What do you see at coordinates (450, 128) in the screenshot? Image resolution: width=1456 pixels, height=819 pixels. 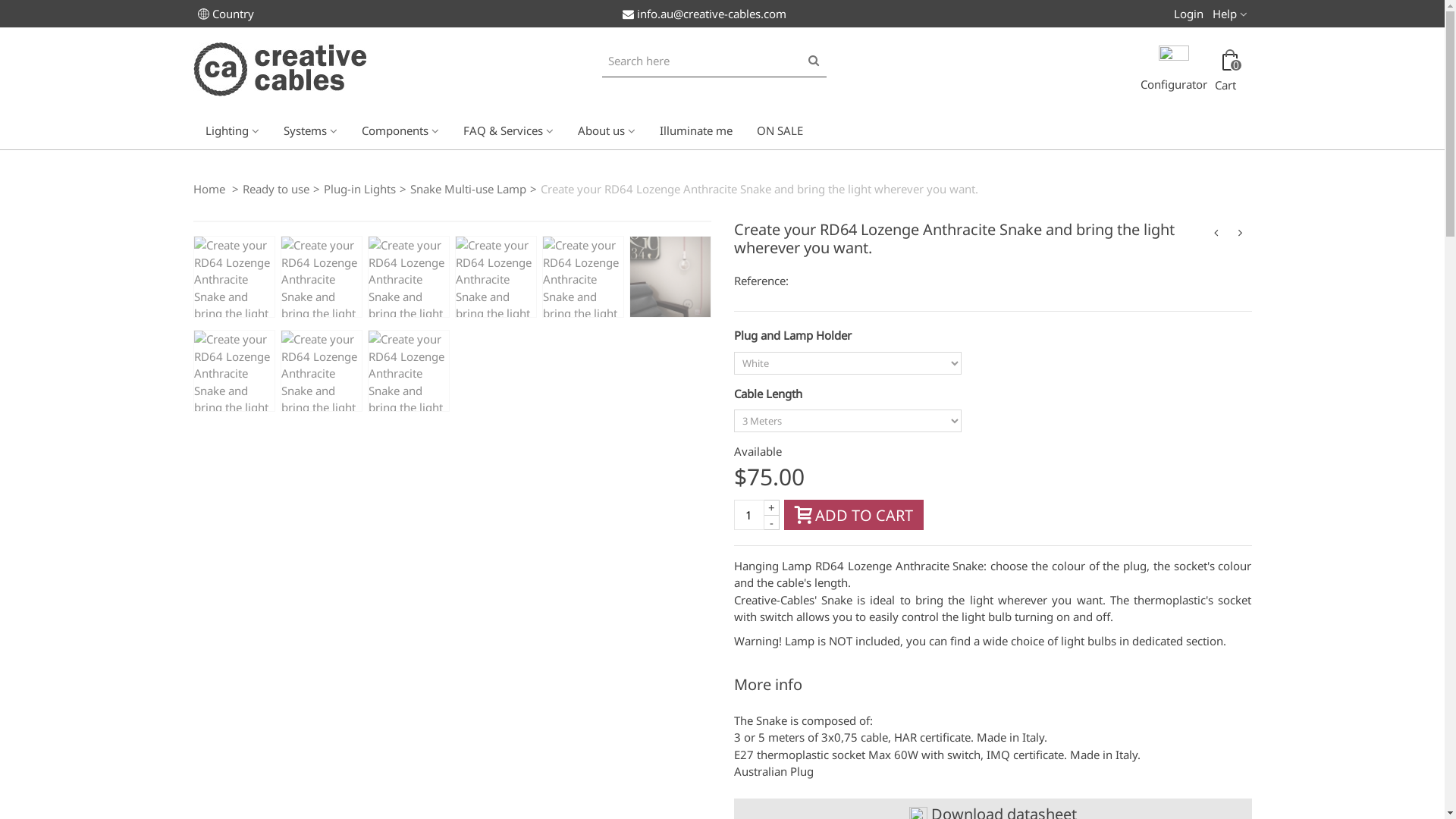 I see `'FAQ & Services'` at bounding box center [450, 128].